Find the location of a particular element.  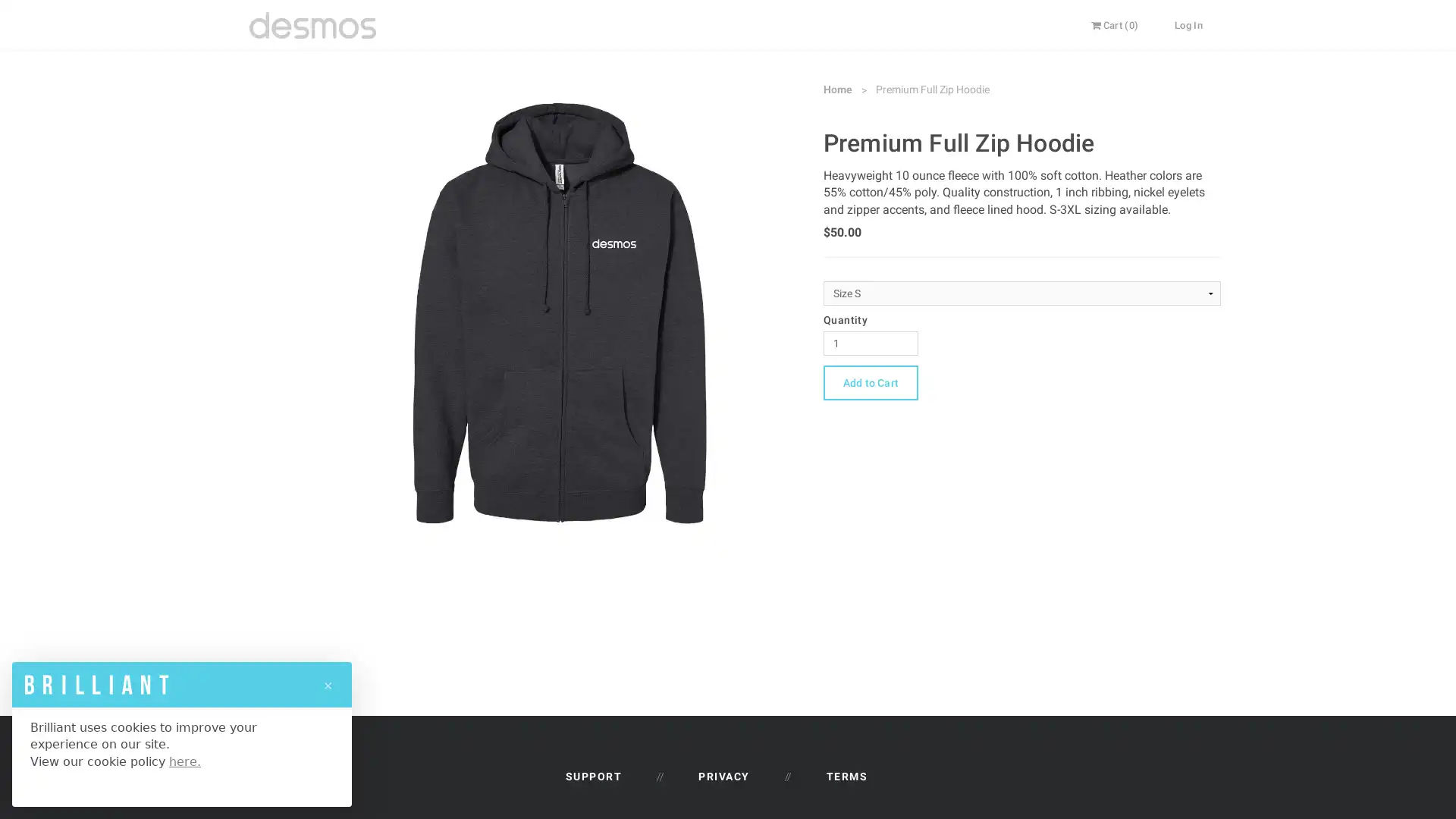

Add to Cart is located at coordinates (870, 381).